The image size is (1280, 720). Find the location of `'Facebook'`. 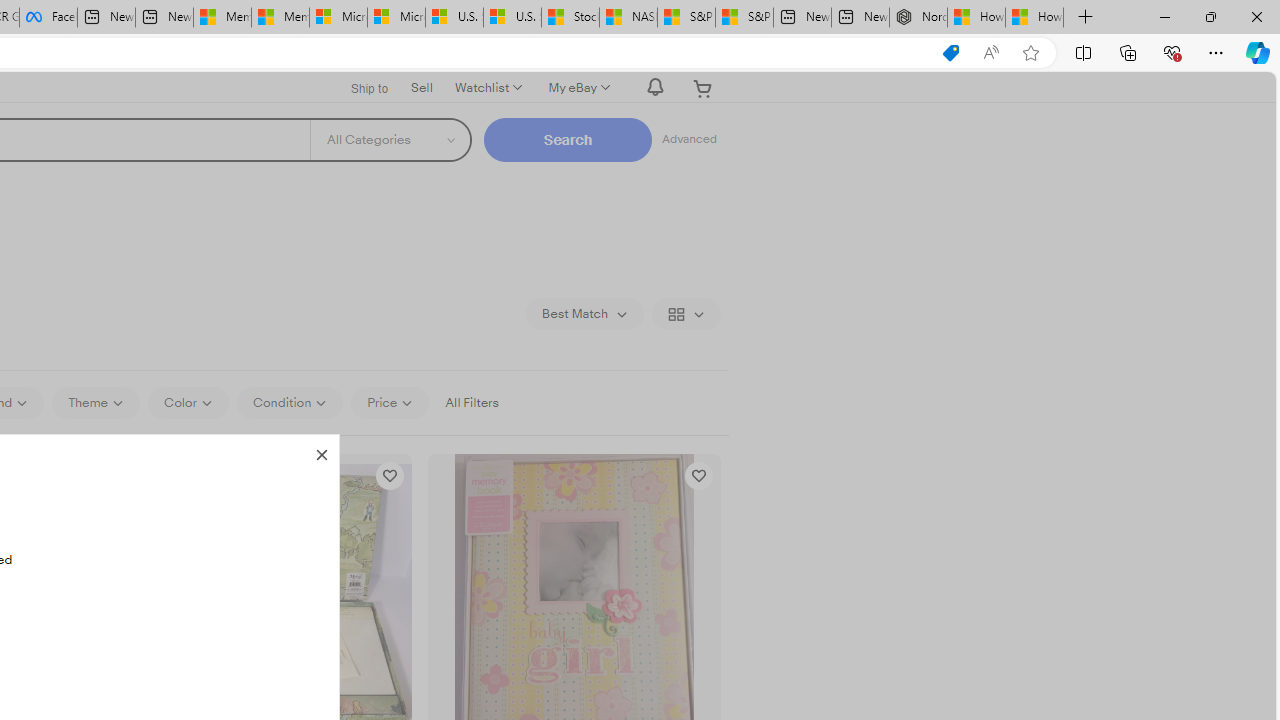

'Facebook' is located at coordinates (48, 17).